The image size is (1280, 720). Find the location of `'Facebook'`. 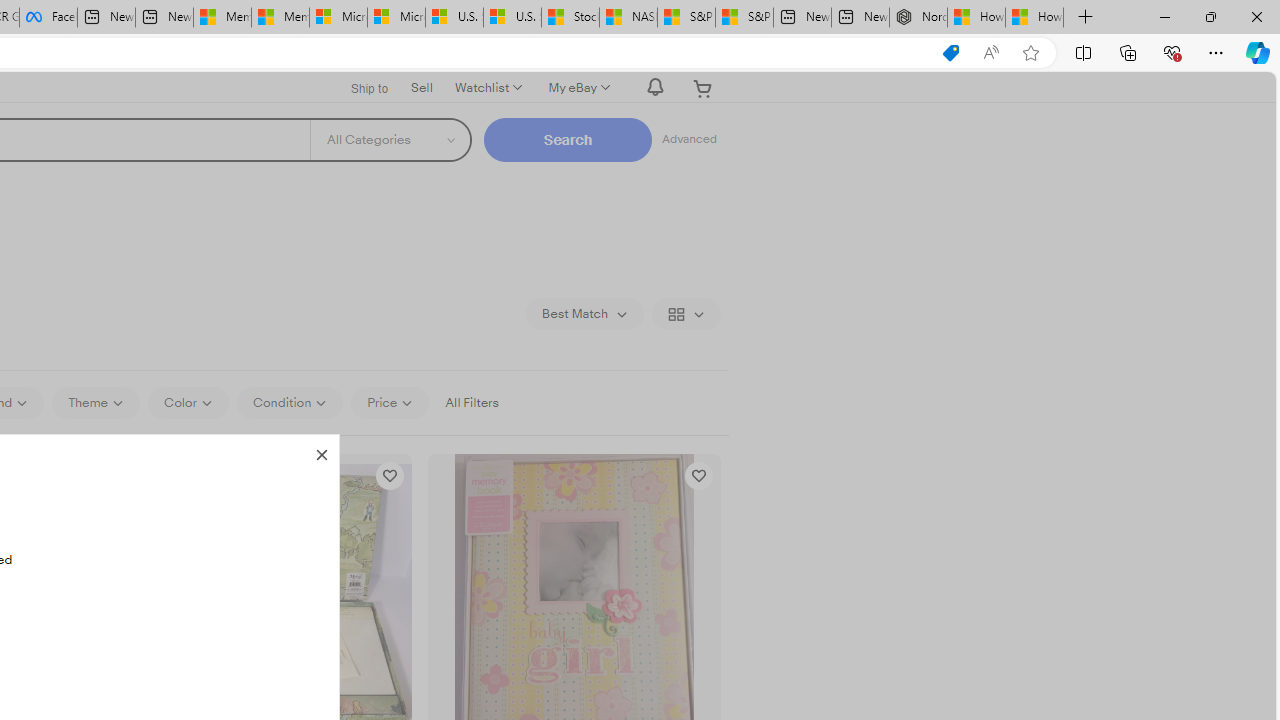

'Facebook' is located at coordinates (48, 17).